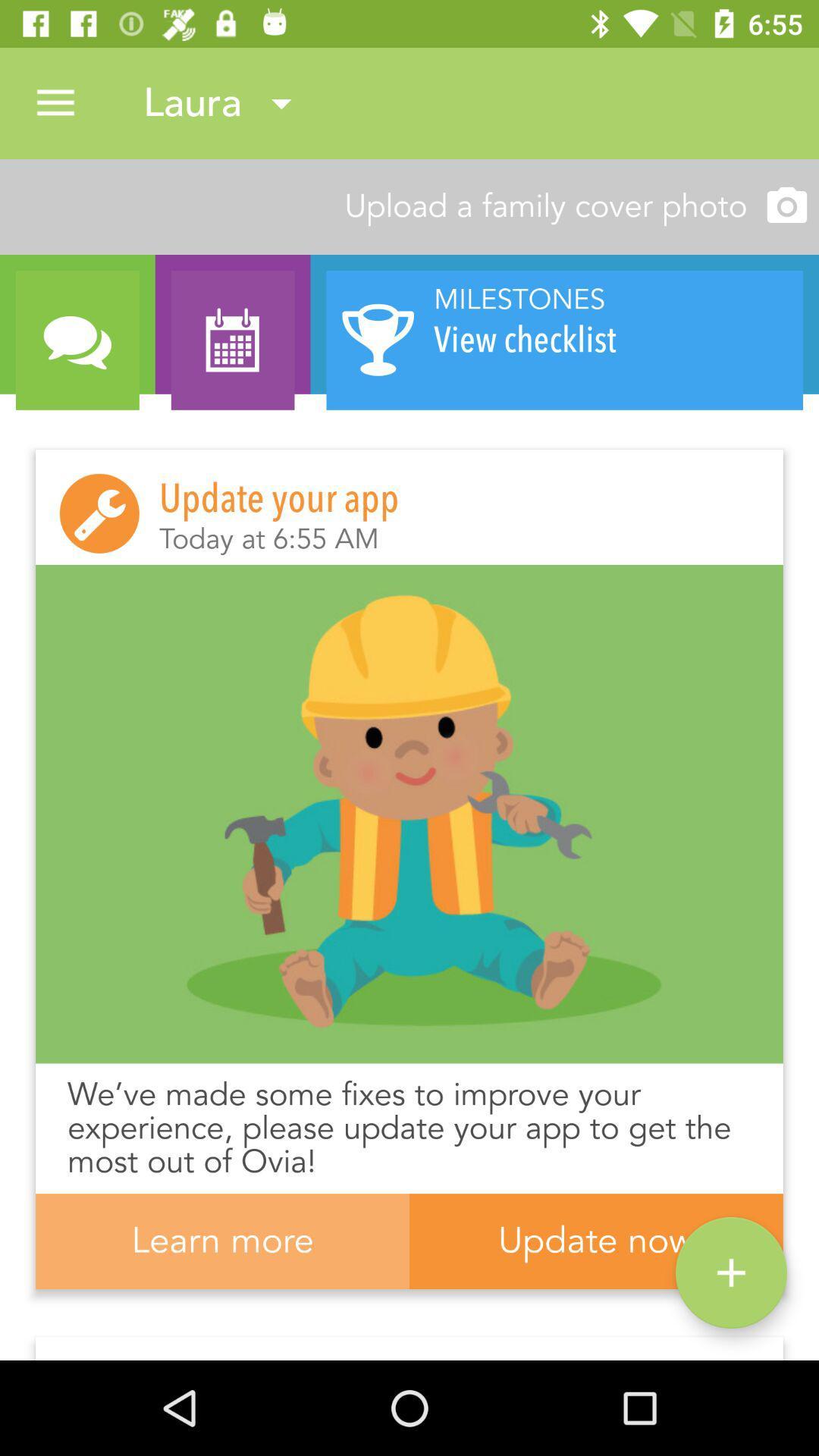  What do you see at coordinates (730, 1272) in the screenshot?
I see `the item below the we ve made` at bounding box center [730, 1272].